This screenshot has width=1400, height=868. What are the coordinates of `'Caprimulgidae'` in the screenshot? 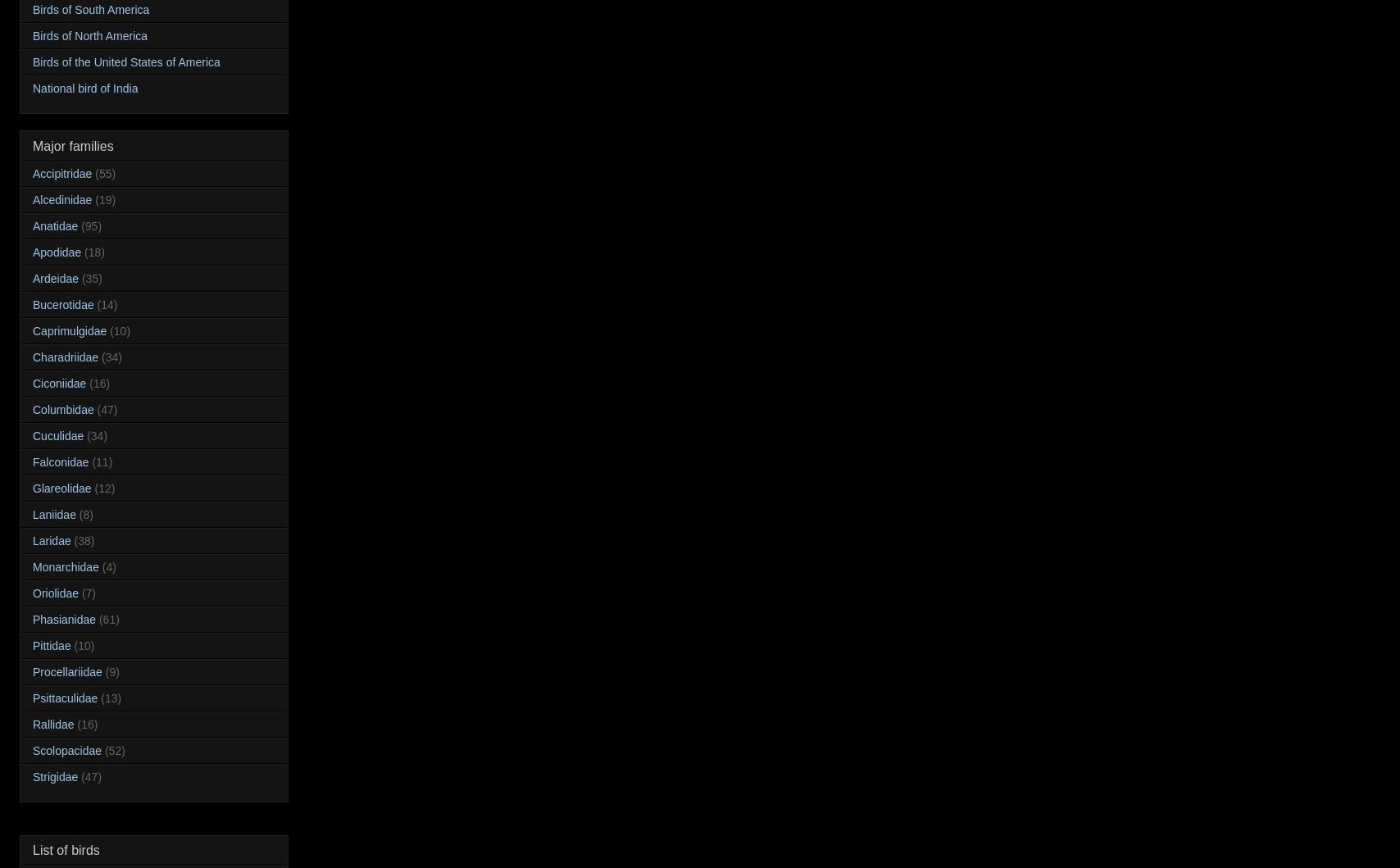 It's located at (32, 329).